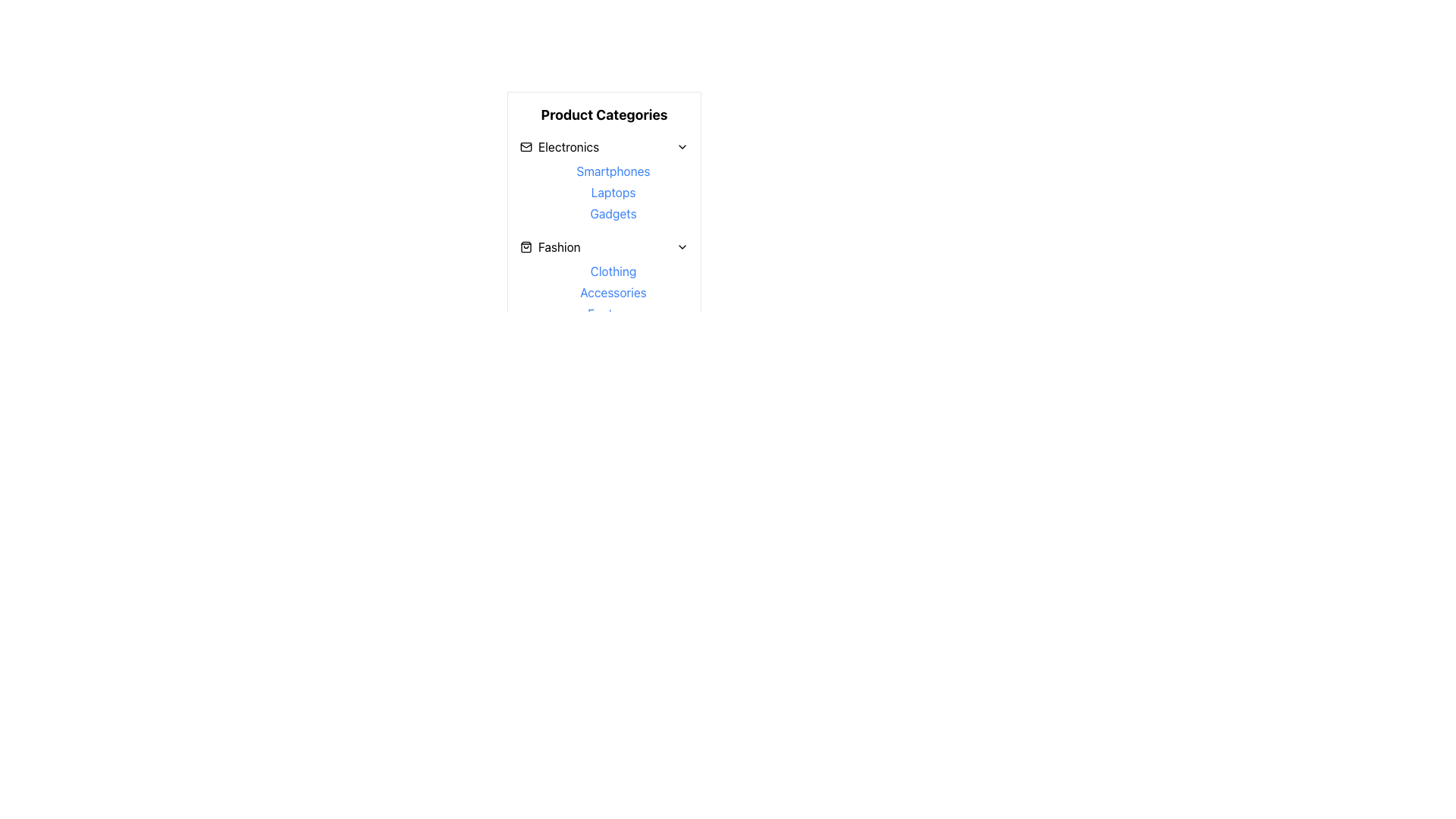 This screenshot has width=1456, height=819. What do you see at coordinates (603, 114) in the screenshot?
I see `the 'Product Categories' text header, which is styled with bold and large font, located at the top of the vertical list structure of categories` at bounding box center [603, 114].